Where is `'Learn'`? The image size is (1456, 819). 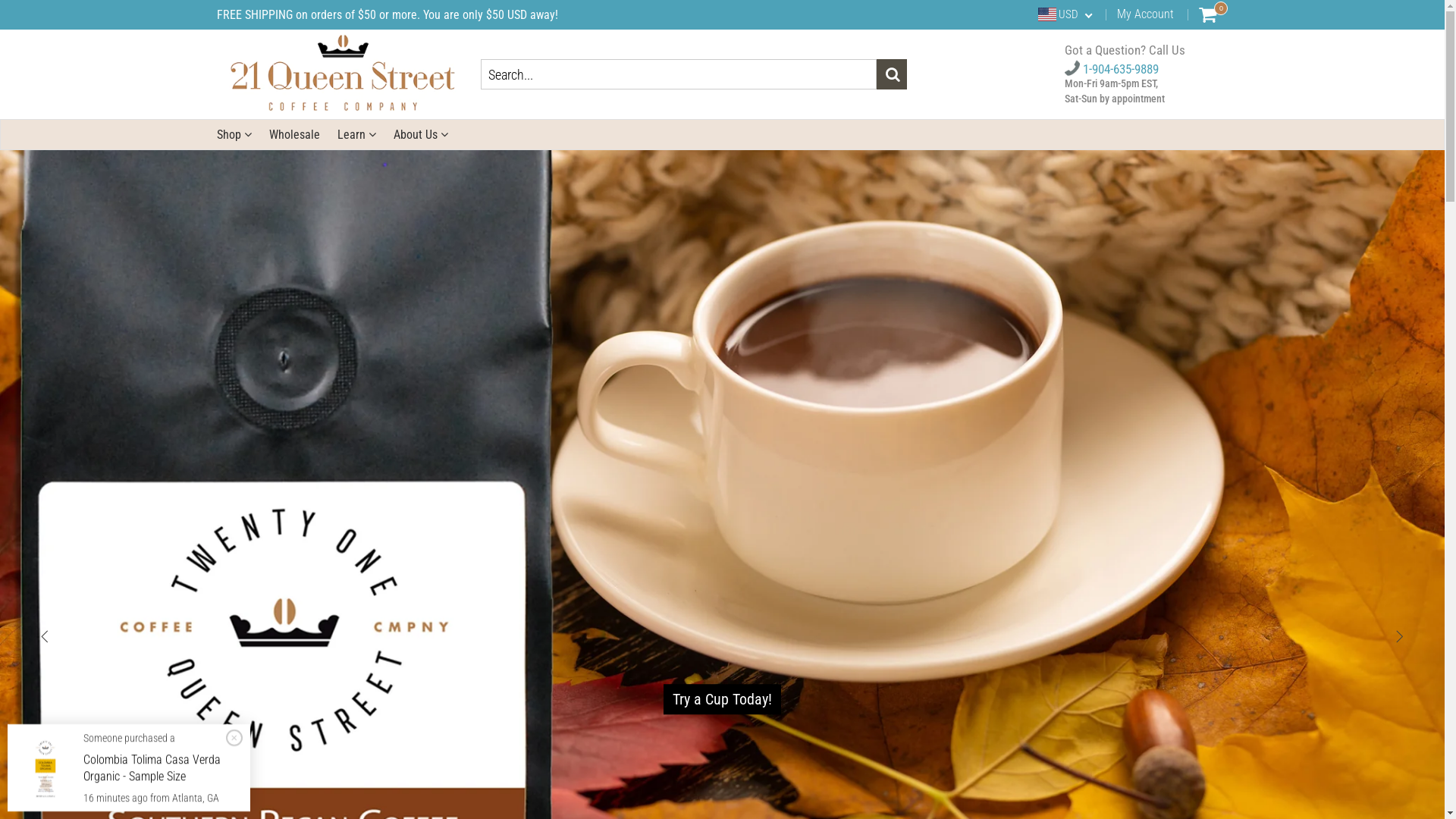 'Learn' is located at coordinates (355, 133).